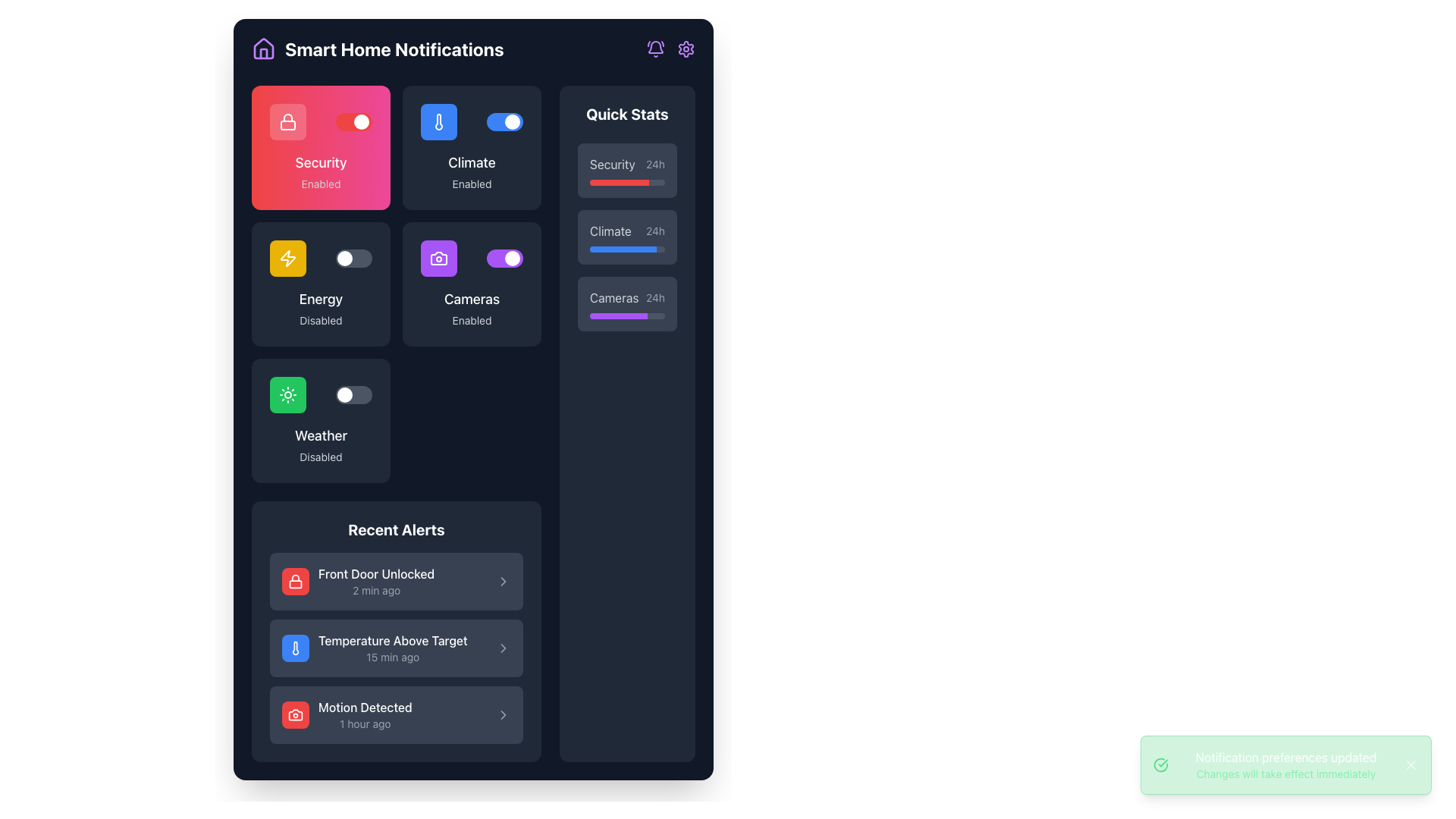  I want to click on the second entry in the 'Recent Alerts' section, which displays an alert about a temperature exceeding a defined target, so click(393, 648).